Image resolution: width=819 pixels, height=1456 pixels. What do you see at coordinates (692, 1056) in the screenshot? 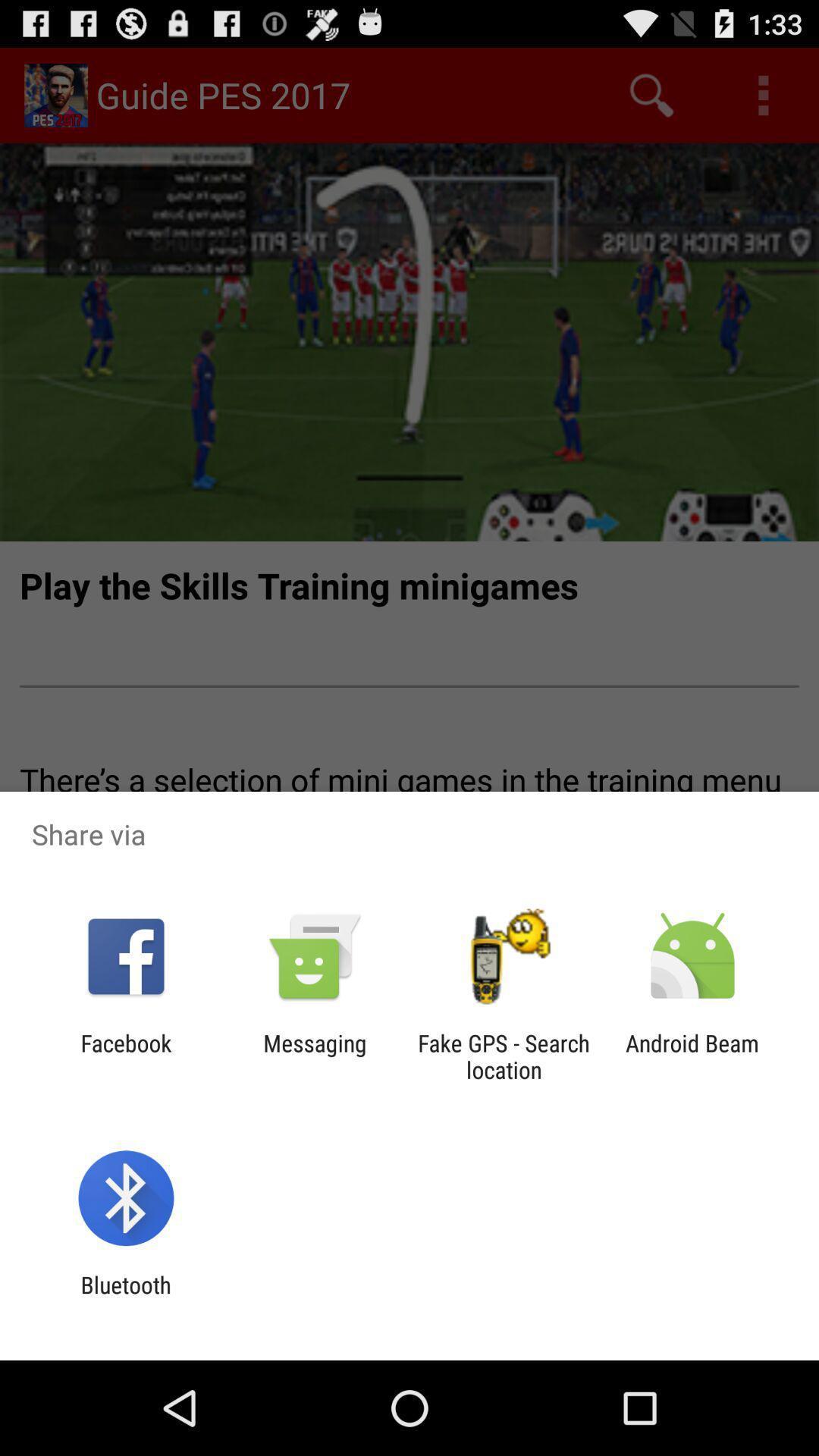
I see `android beam` at bounding box center [692, 1056].